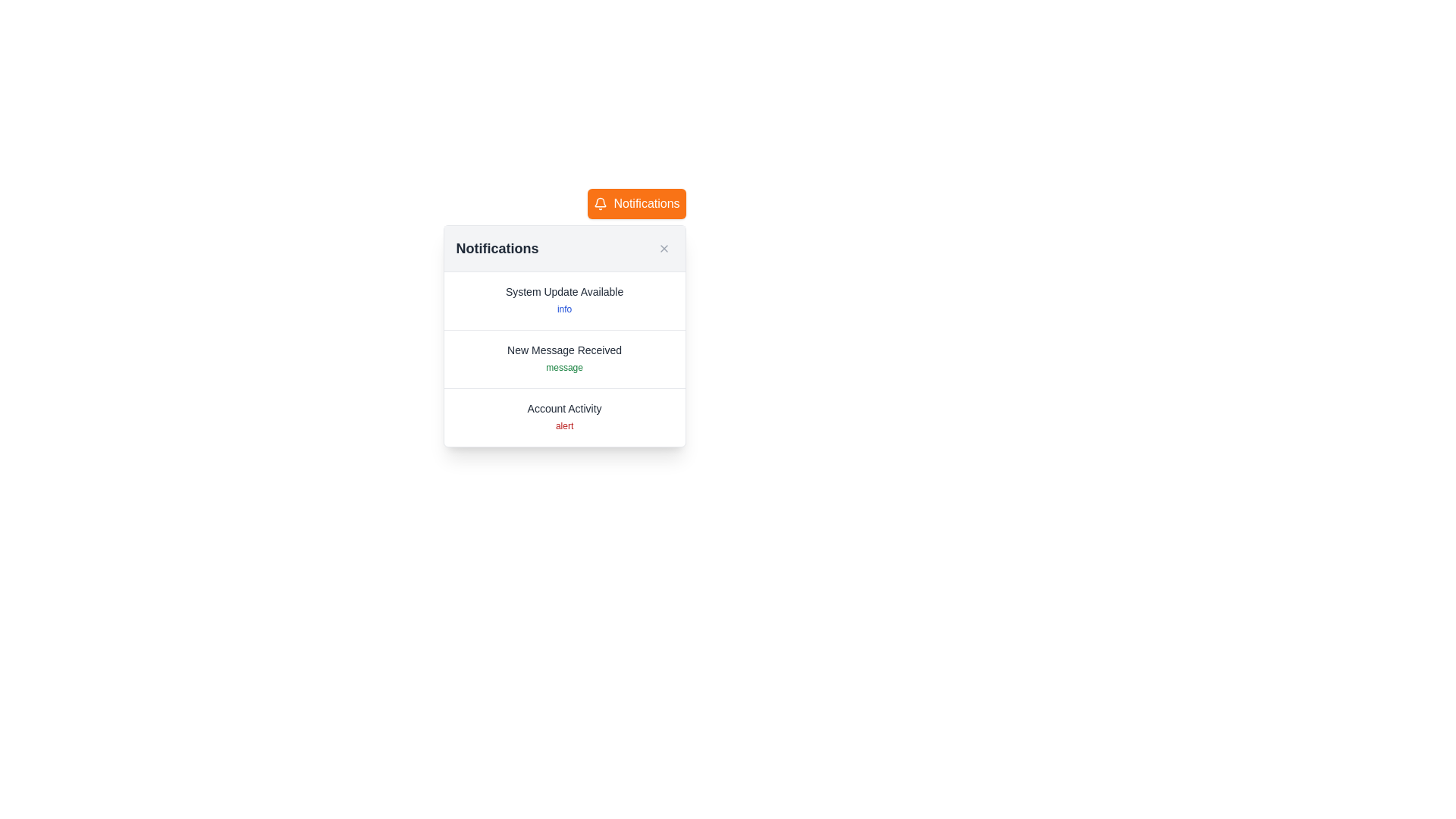  Describe the element at coordinates (563, 292) in the screenshot. I see `the static text label that displays the title of the system update notification, located at the upper section of the first notification card` at that location.